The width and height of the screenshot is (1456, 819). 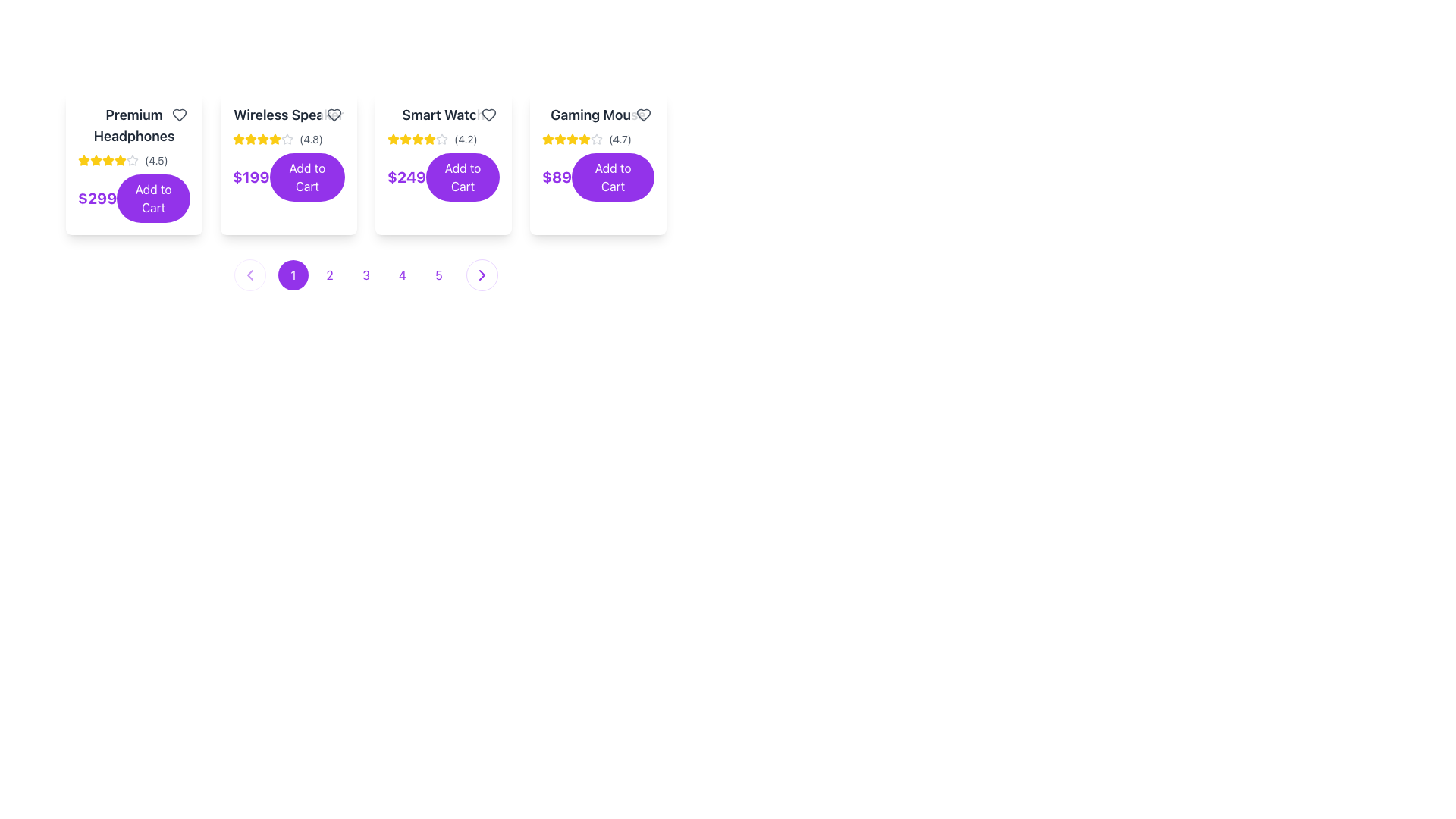 What do you see at coordinates (393, 139) in the screenshot?
I see `the third star icon in the rating section of the 'Smart Watch' product card to interact with it` at bounding box center [393, 139].